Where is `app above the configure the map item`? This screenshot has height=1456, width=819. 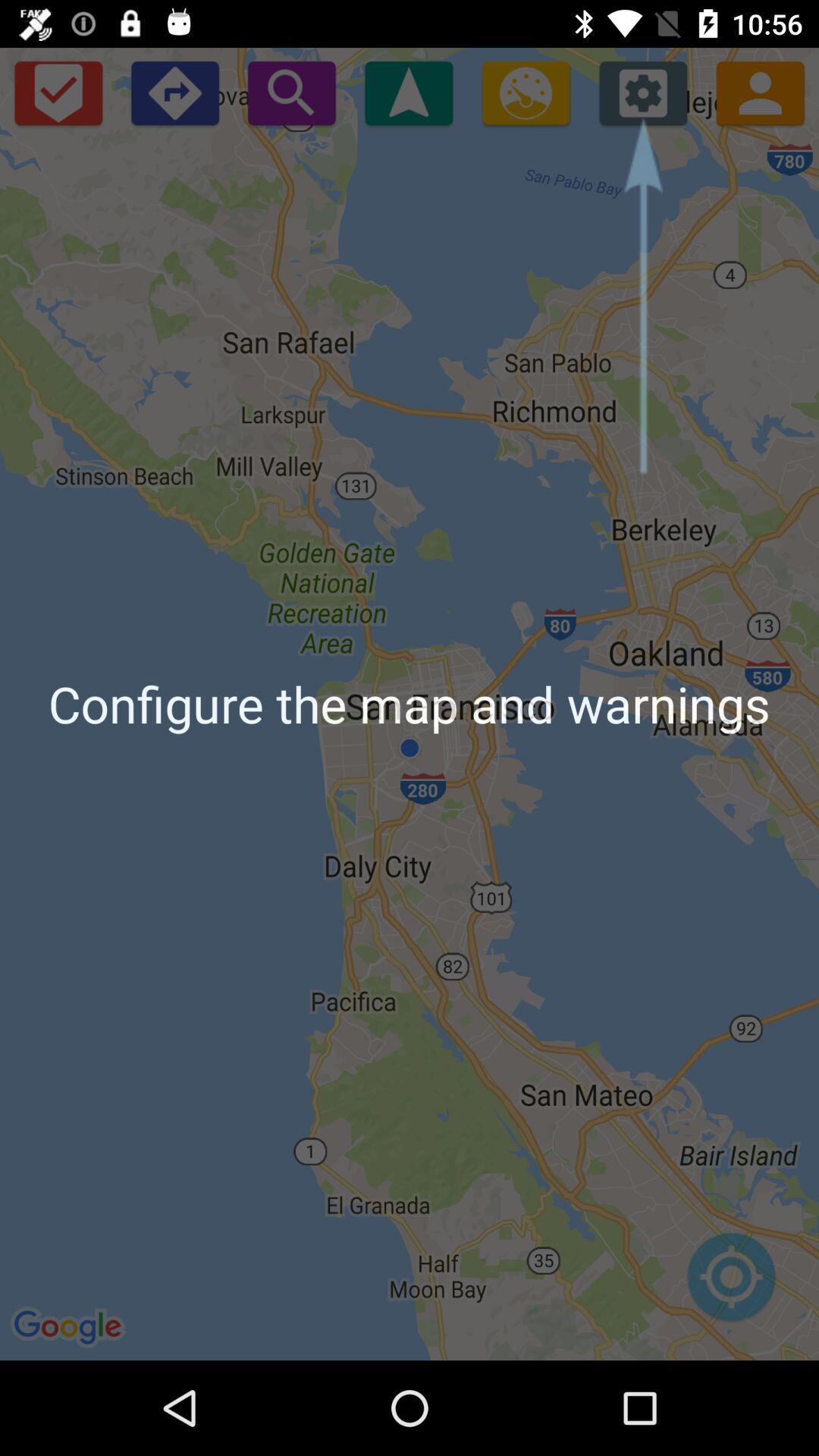 app above the configure the map item is located at coordinates (408, 92).